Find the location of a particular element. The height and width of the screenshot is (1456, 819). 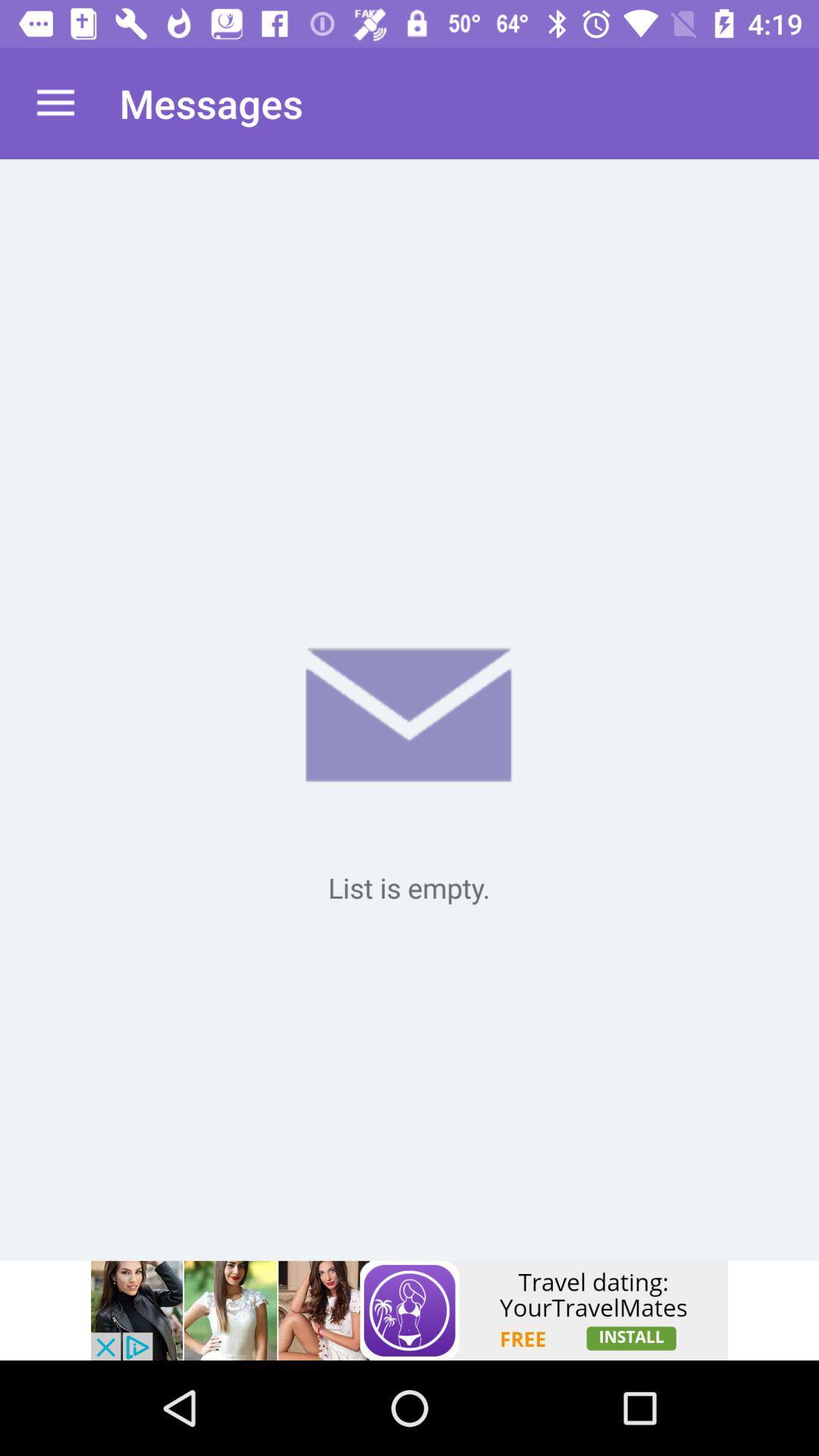

advertisement is located at coordinates (409, 1310).